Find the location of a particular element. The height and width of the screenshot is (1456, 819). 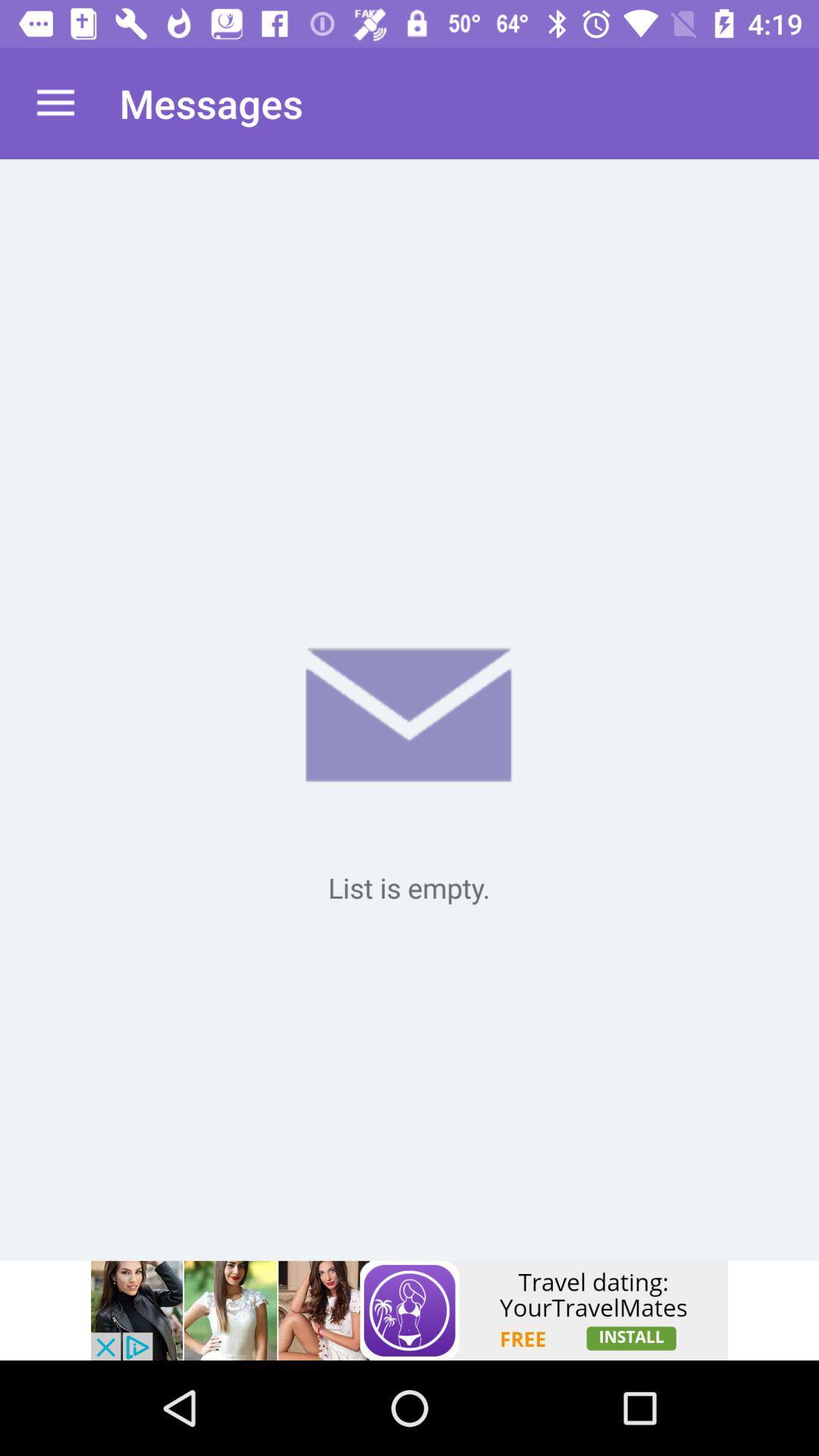

advertisement is located at coordinates (409, 1310).